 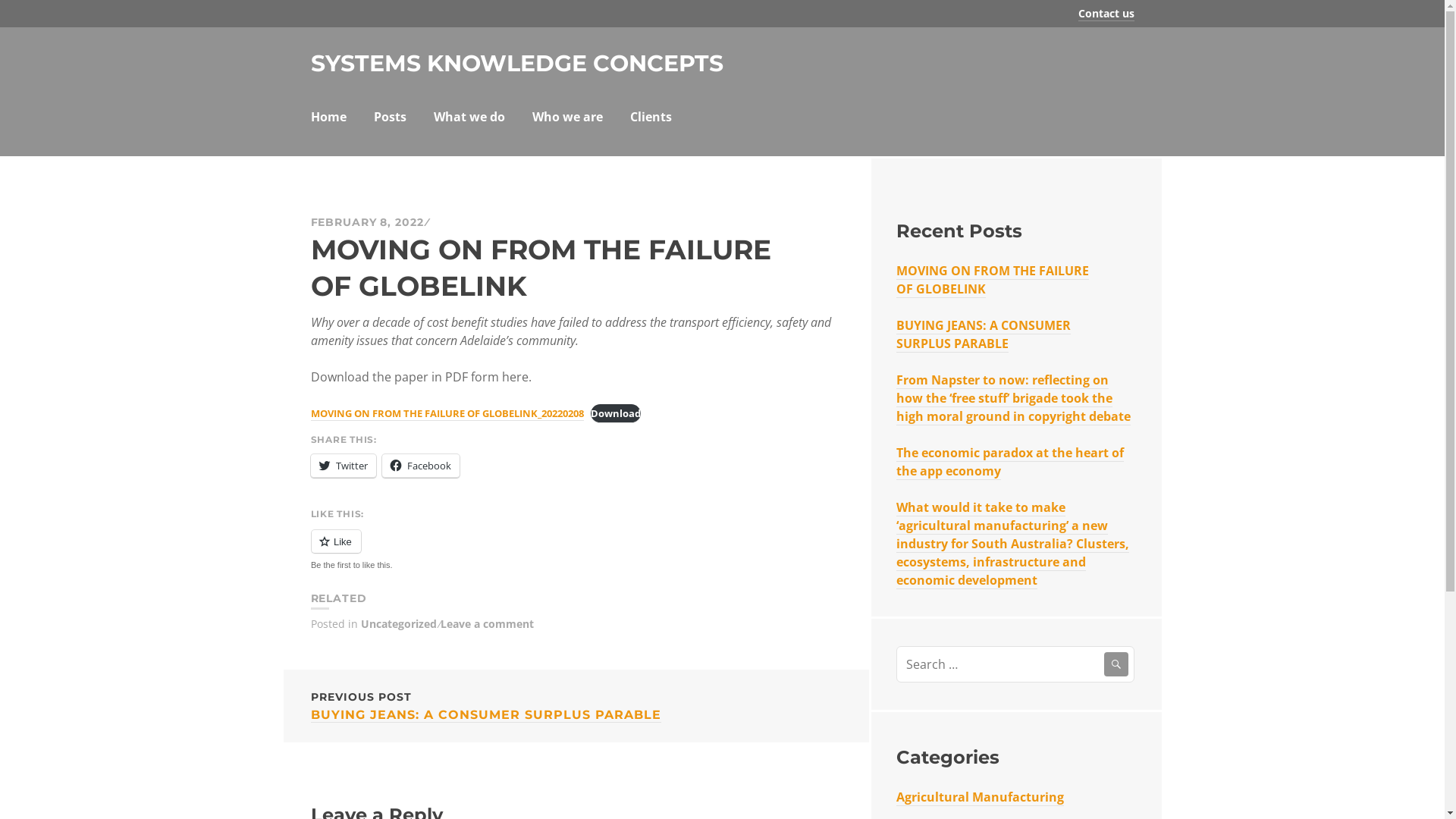 I want to click on 'Contact us', so click(x=1106, y=14).